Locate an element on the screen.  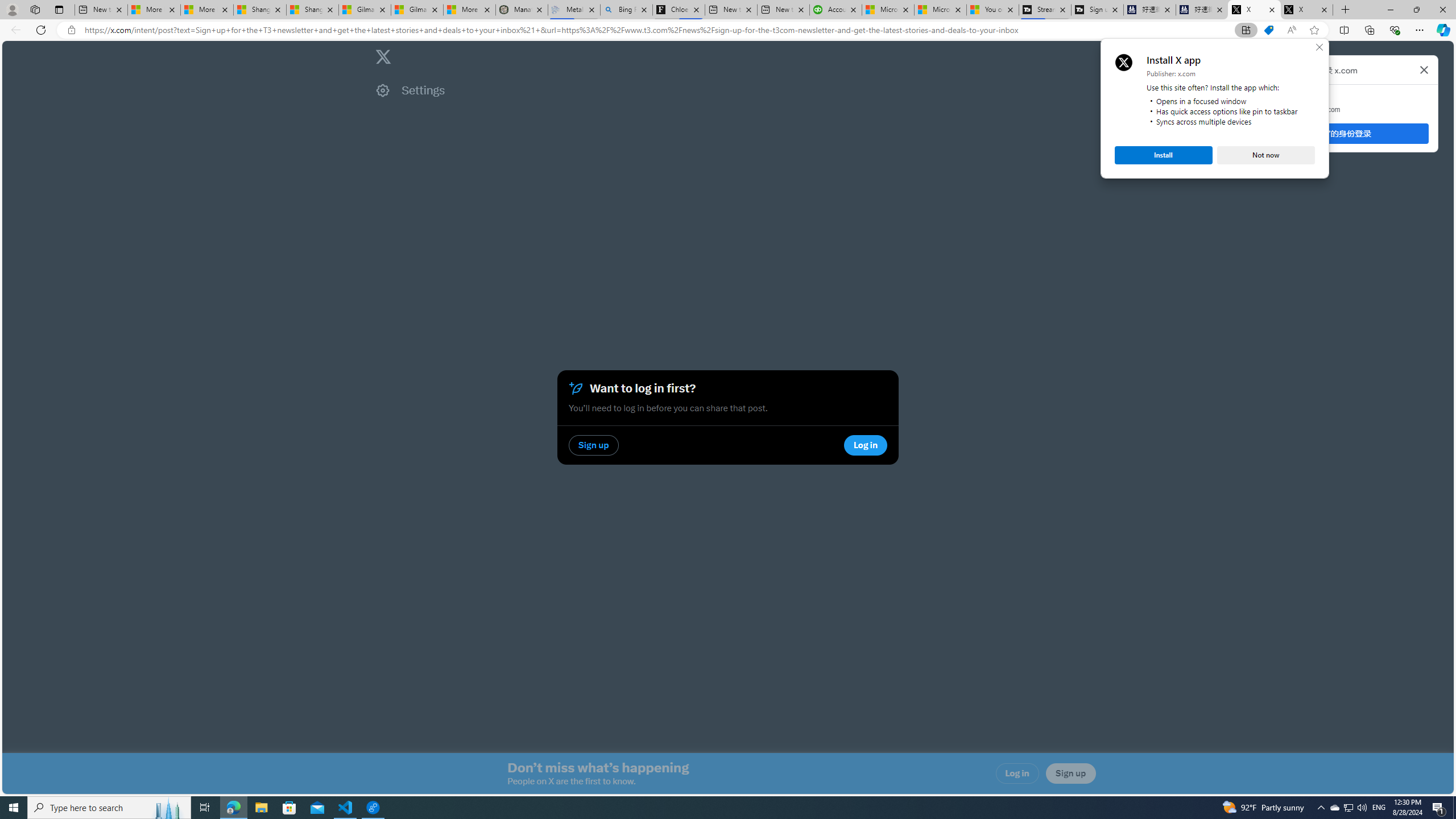
'Browser essentials' is located at coordinates (1394, 29).